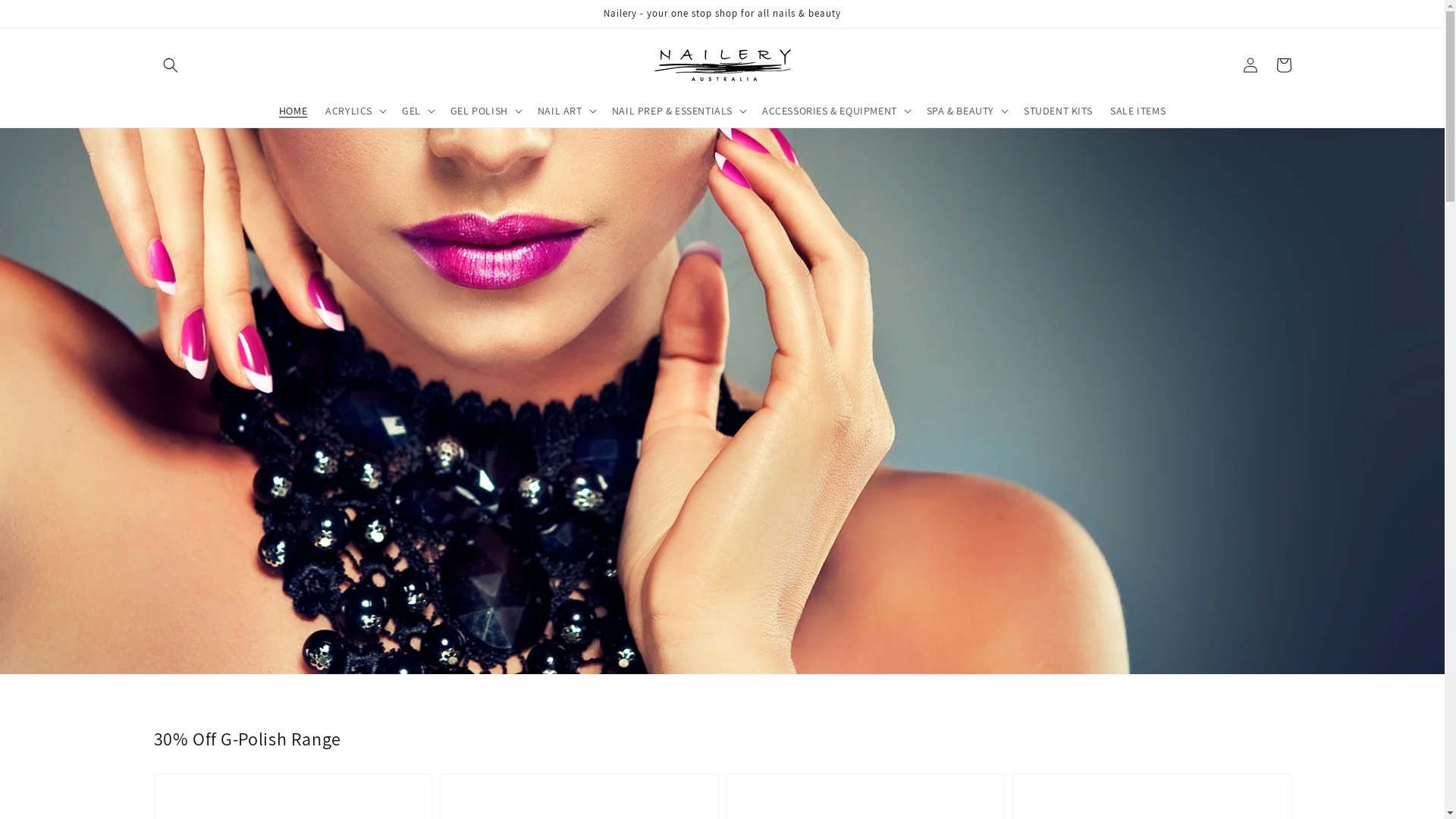 The image size is (1456, 819). Describe the element at coordinates (293, 110) in the screenshot. I see `'HOME'` at that location.